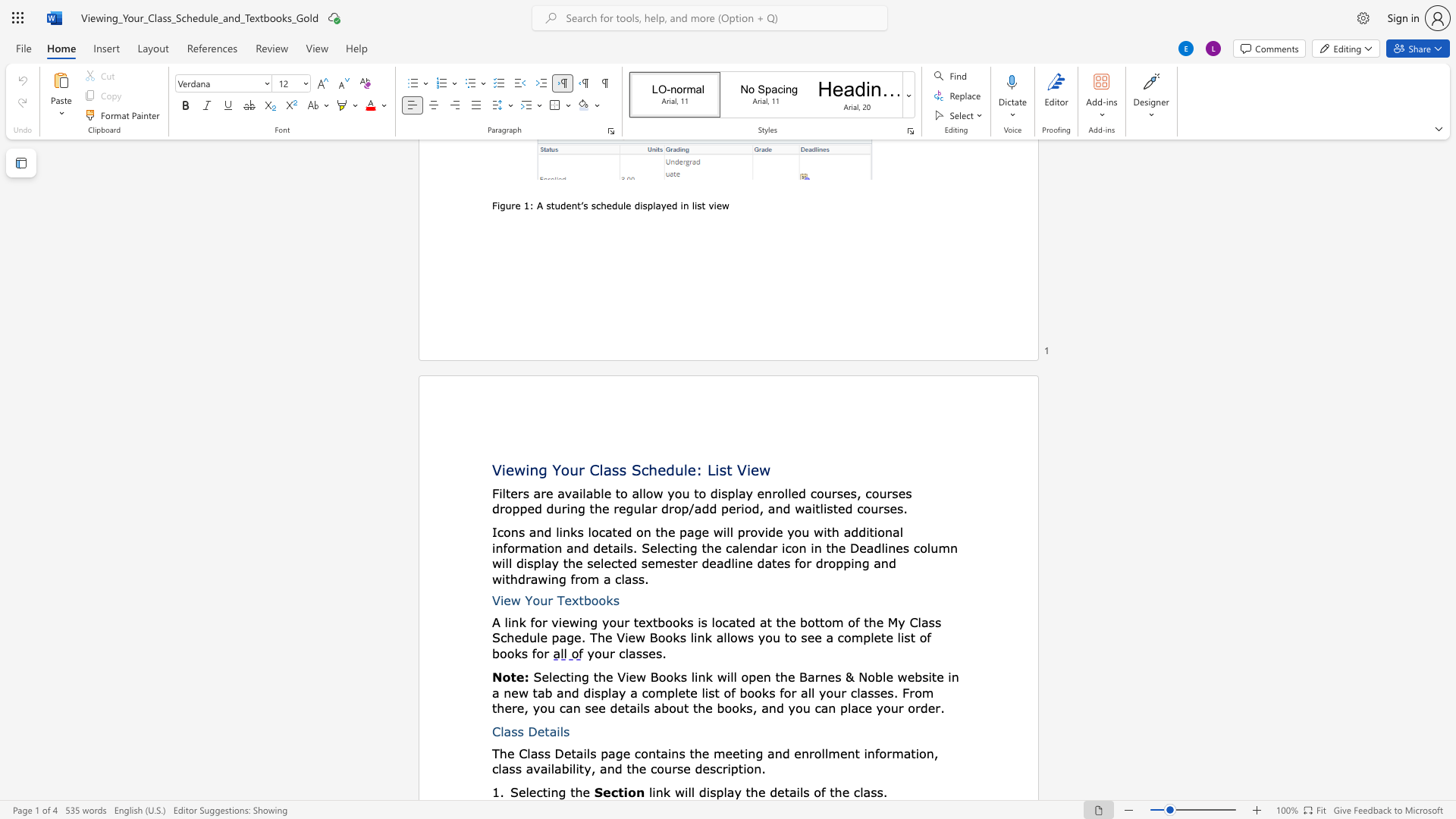  Describe the element at coordinates (541, 730) in the screenshot. I see `the 1th character "e" in the text` at that location.